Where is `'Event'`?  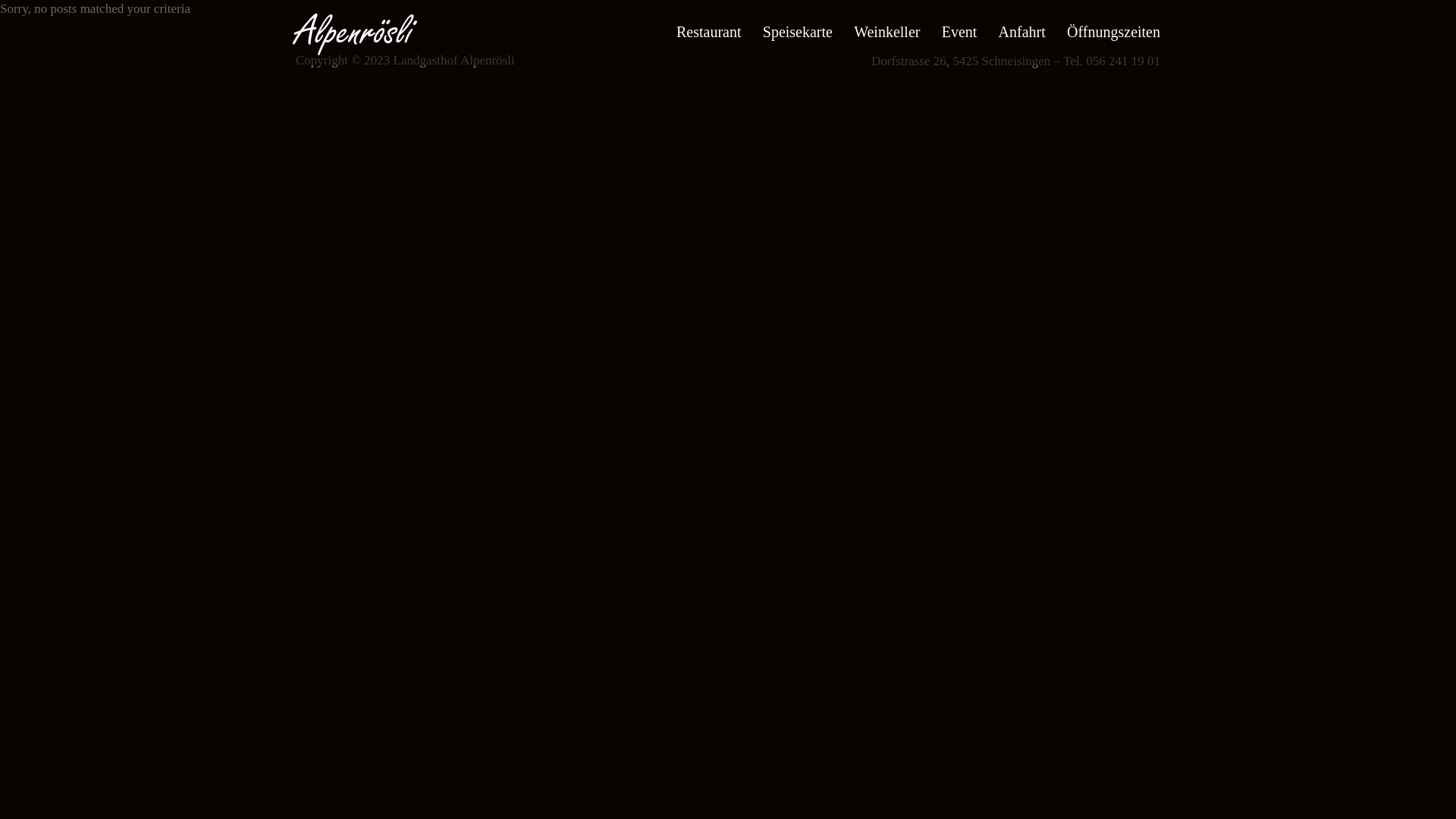
'Event' is located at coordinates (959, 32).